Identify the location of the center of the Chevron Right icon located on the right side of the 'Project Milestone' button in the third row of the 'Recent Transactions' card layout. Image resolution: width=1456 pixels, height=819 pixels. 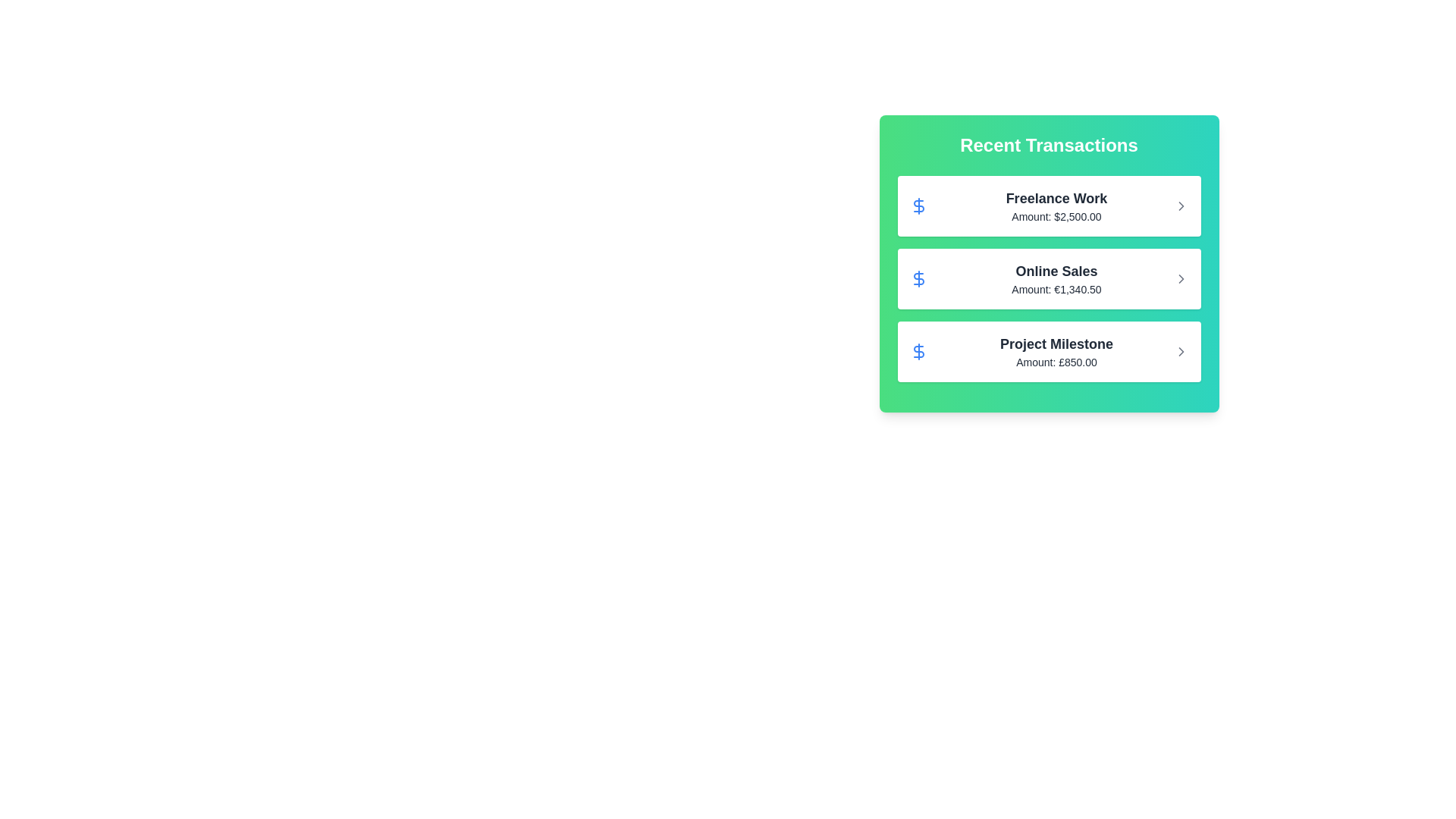
(1180, 351).